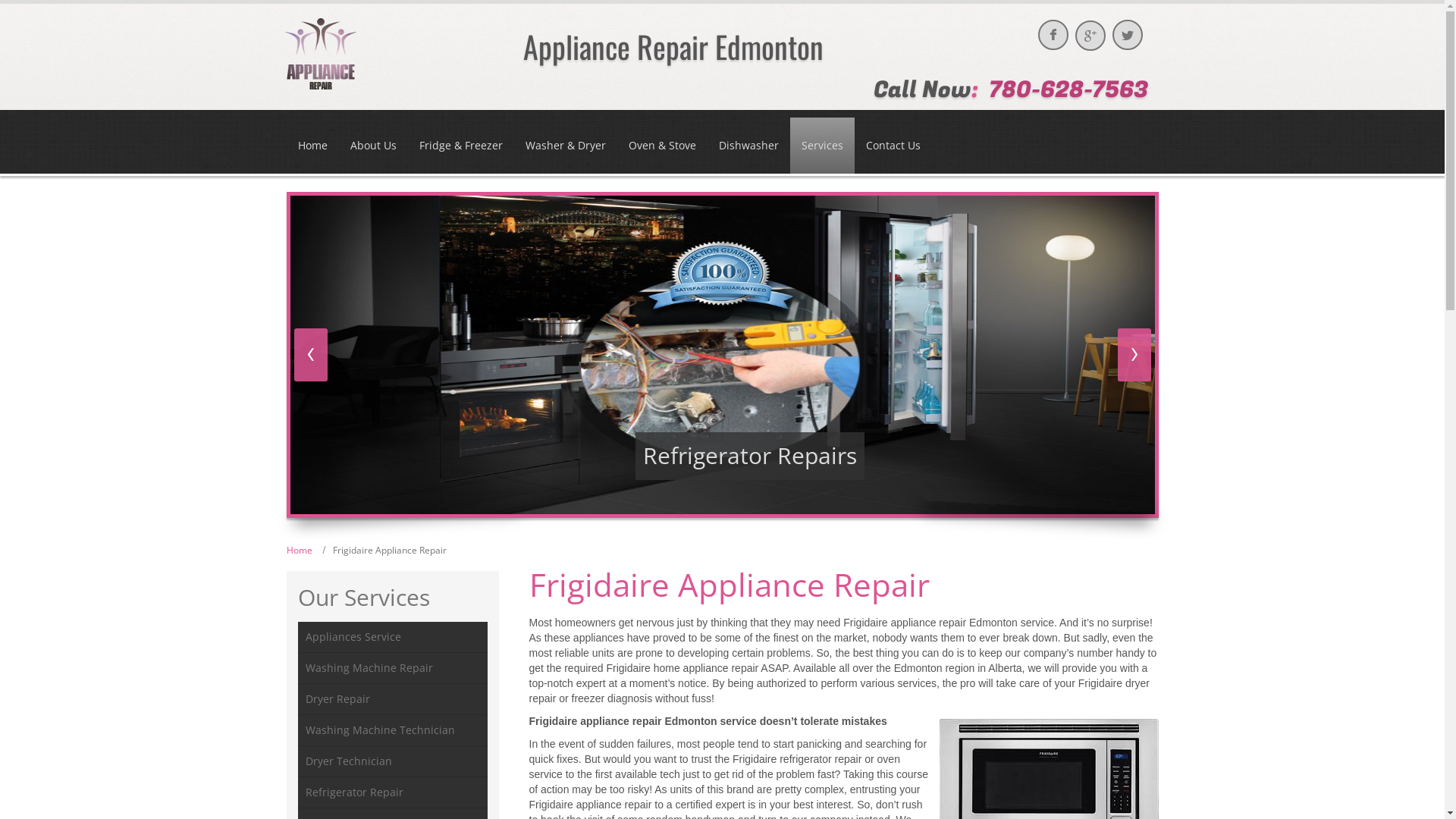  I want to click on 'Dryer Repair', so click(392, 699).